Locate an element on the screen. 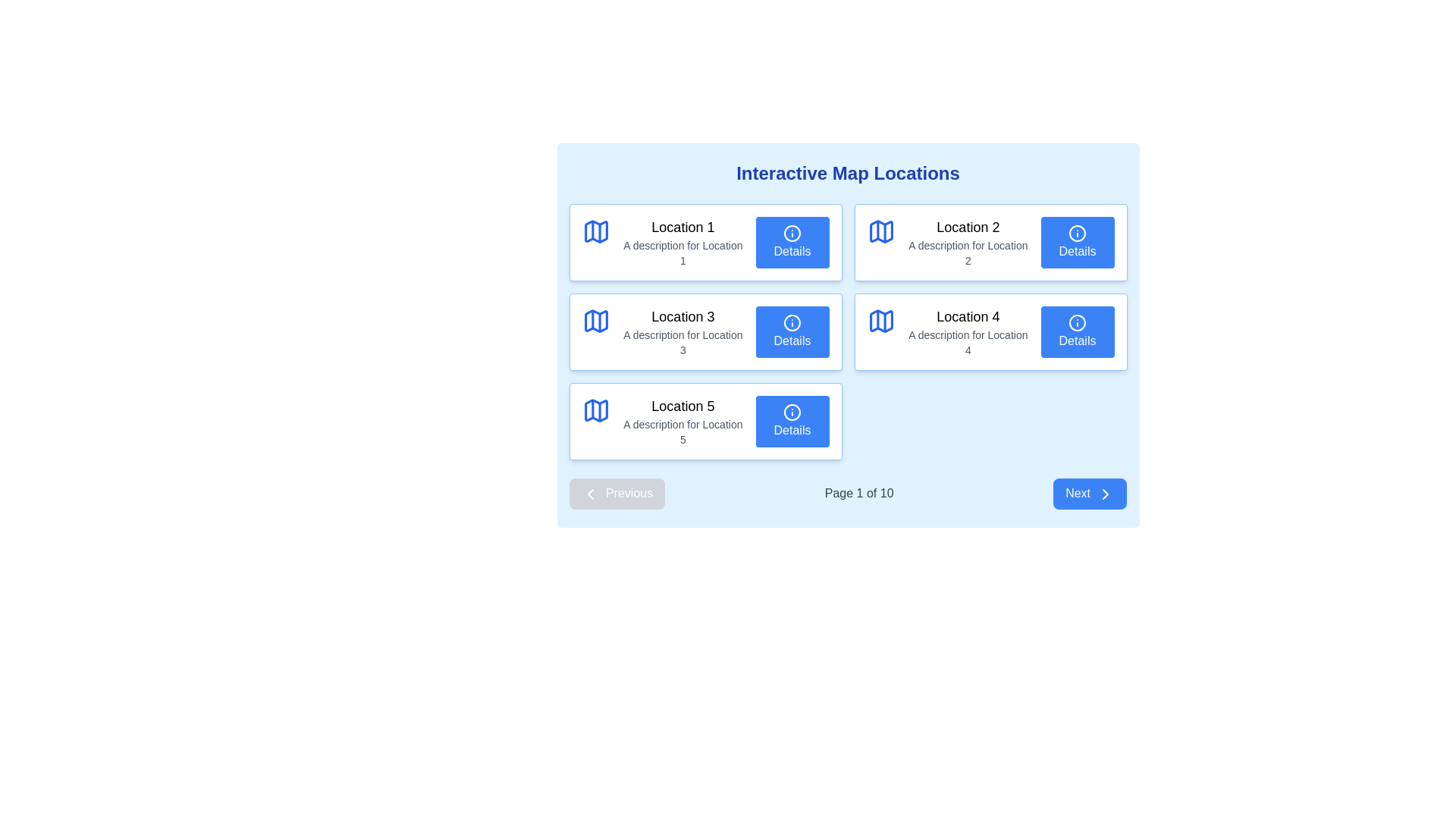  the button located in the bottom right corner of the 'Location 3' card is located at coordinates (792, 331).